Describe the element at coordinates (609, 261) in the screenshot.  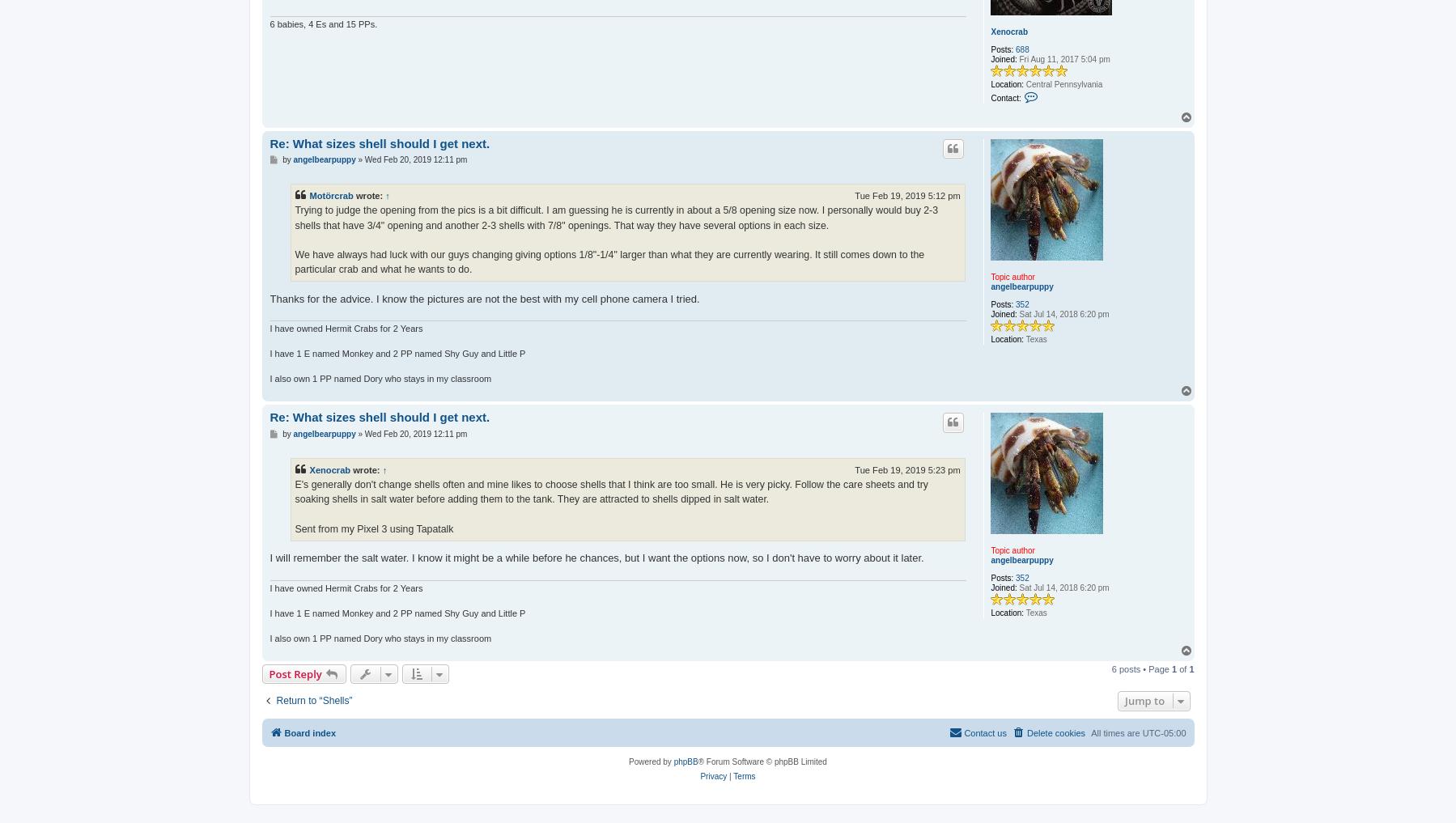
I see `'We have always had luck with our guys changing giving options 1/8"-1/4" larger than what they are currently wearing. It still comes down to the particular crab and what he wants to do.'` at that location.